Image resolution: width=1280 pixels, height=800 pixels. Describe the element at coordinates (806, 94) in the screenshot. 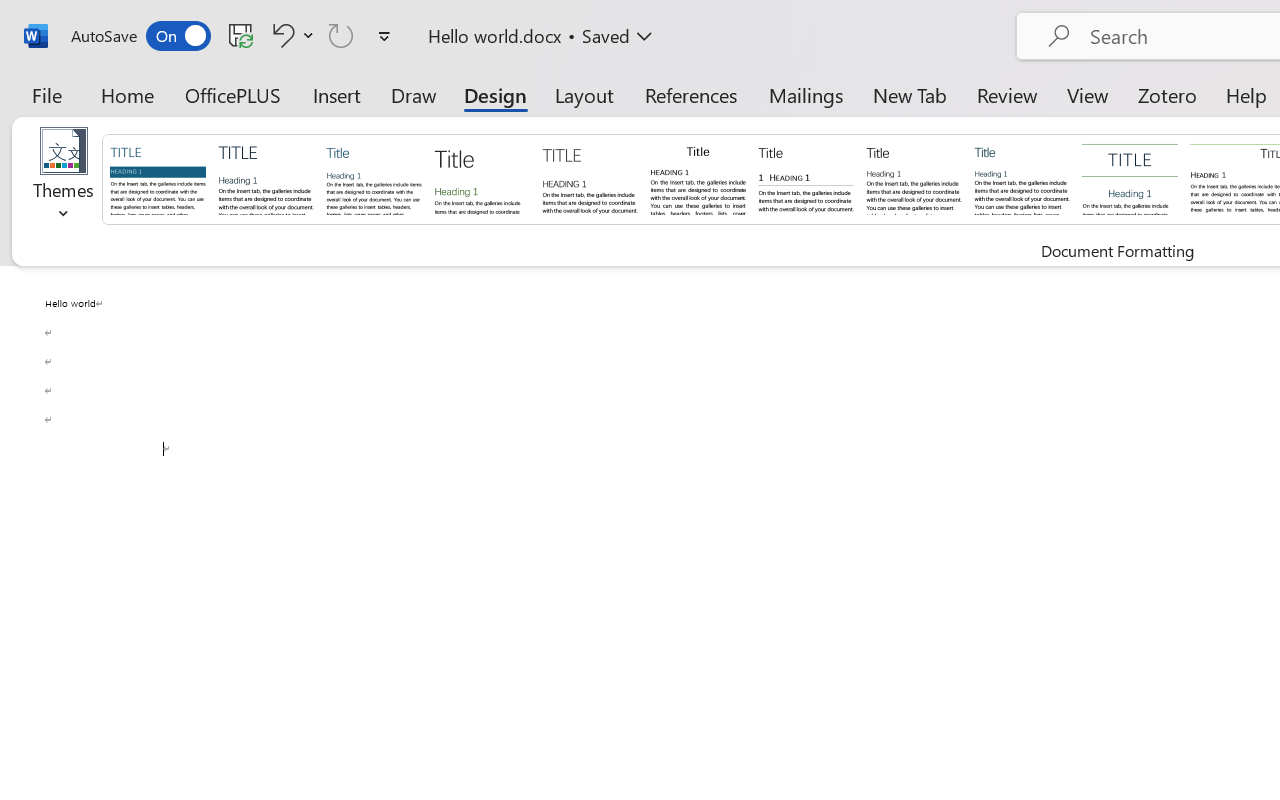

I see `'Mailings'` at that location.